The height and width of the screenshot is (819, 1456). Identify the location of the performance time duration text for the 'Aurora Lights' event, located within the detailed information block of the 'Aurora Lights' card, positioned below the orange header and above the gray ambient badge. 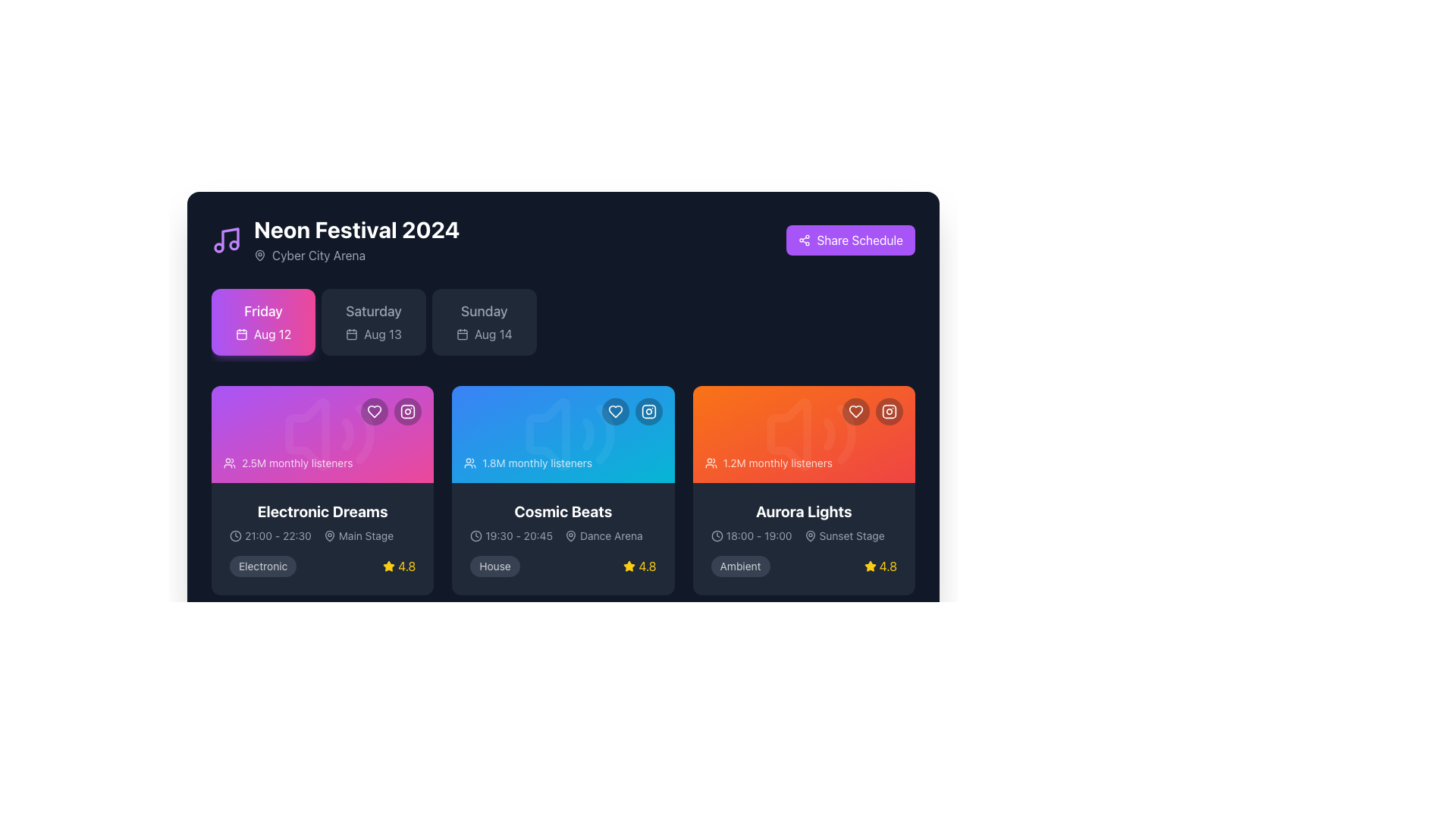
(752, 535).